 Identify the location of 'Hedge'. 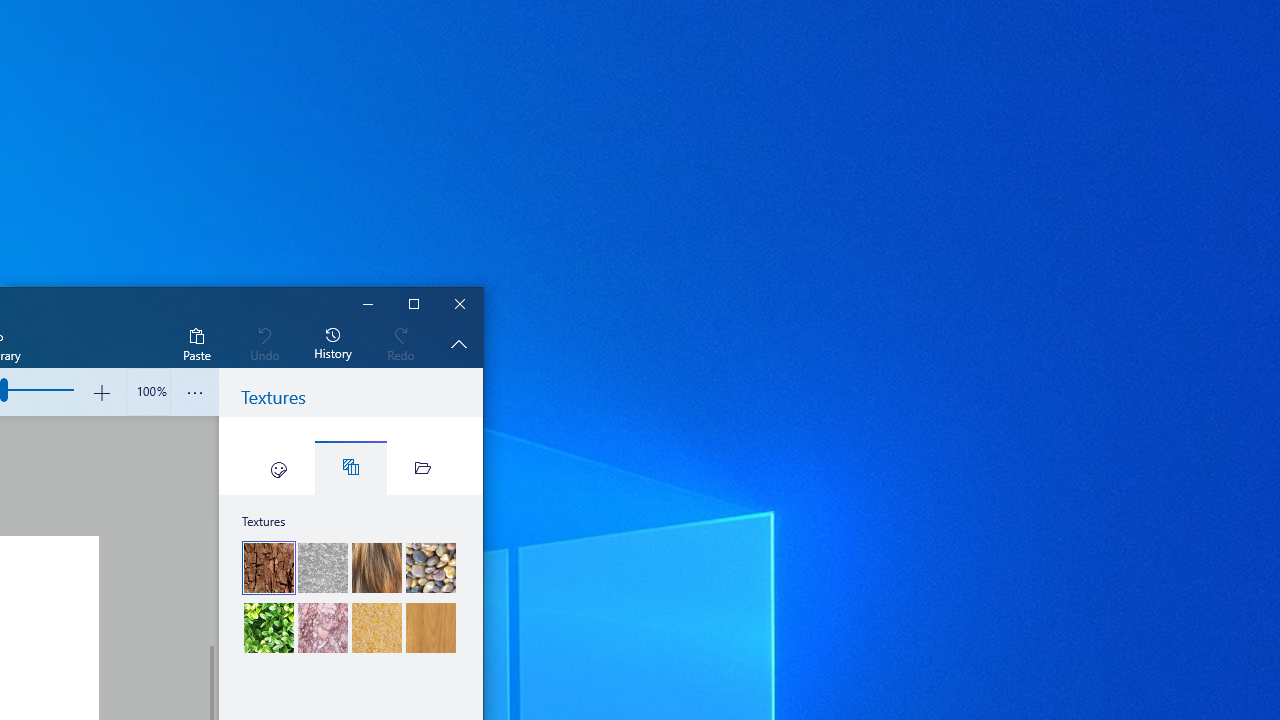
(268, 627).